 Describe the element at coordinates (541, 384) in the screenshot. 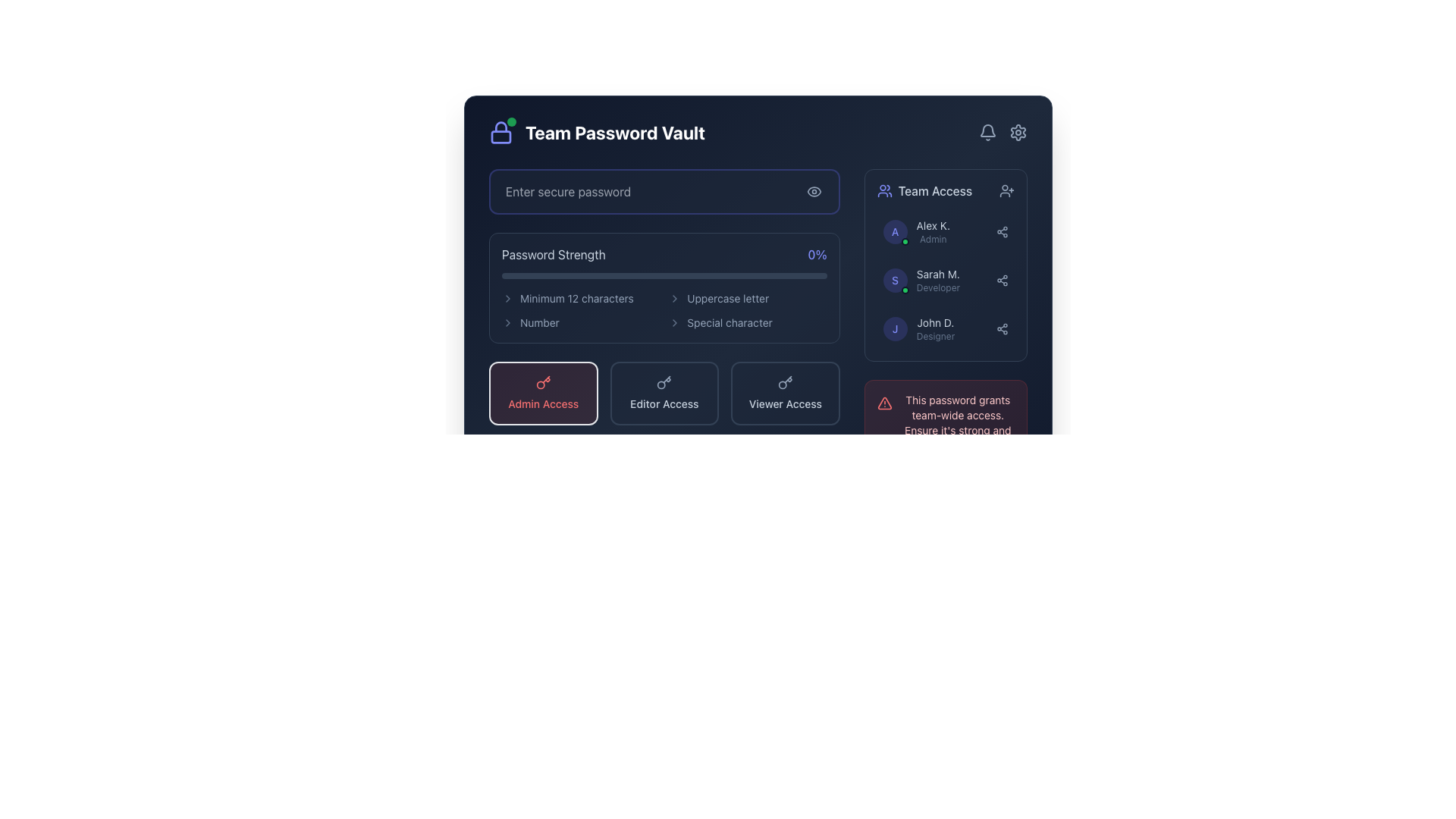

I see `the graphical decoration of the key icon located under the text 'Admin Access'` at that location.